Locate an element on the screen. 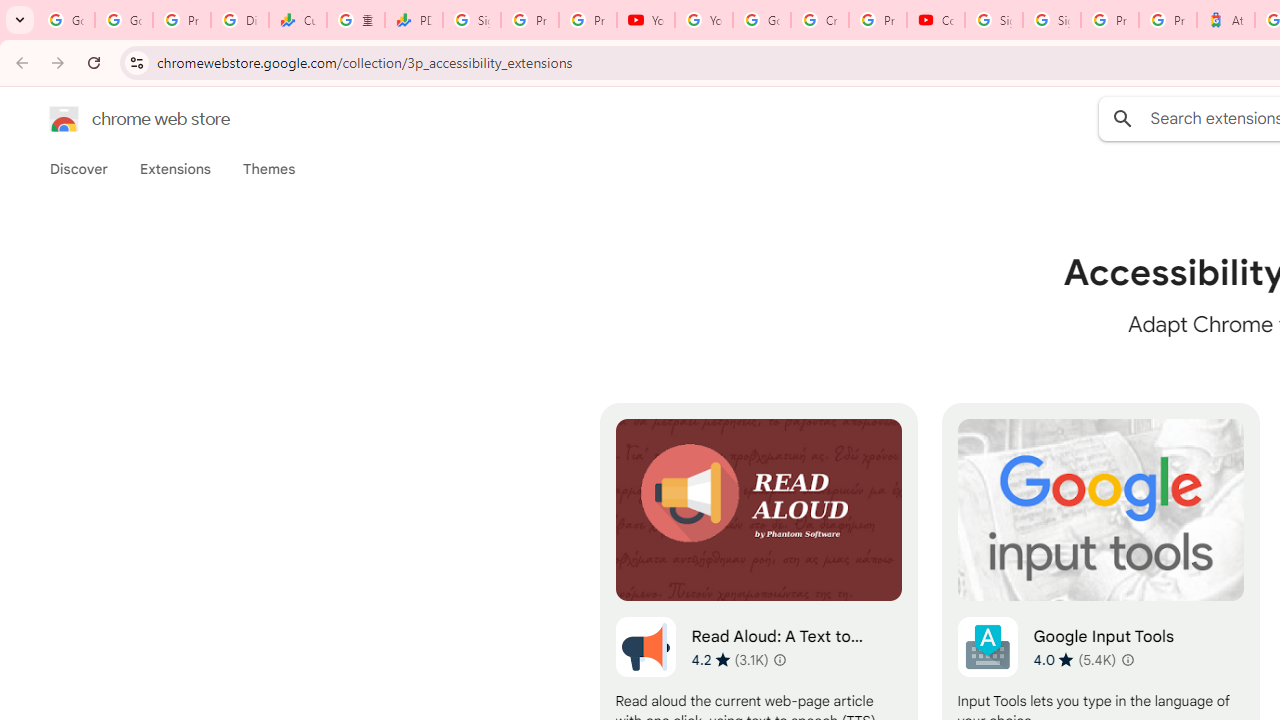 This screenshot has width=1280, height=720. 'Themes' is located at coordinates (268, 168).